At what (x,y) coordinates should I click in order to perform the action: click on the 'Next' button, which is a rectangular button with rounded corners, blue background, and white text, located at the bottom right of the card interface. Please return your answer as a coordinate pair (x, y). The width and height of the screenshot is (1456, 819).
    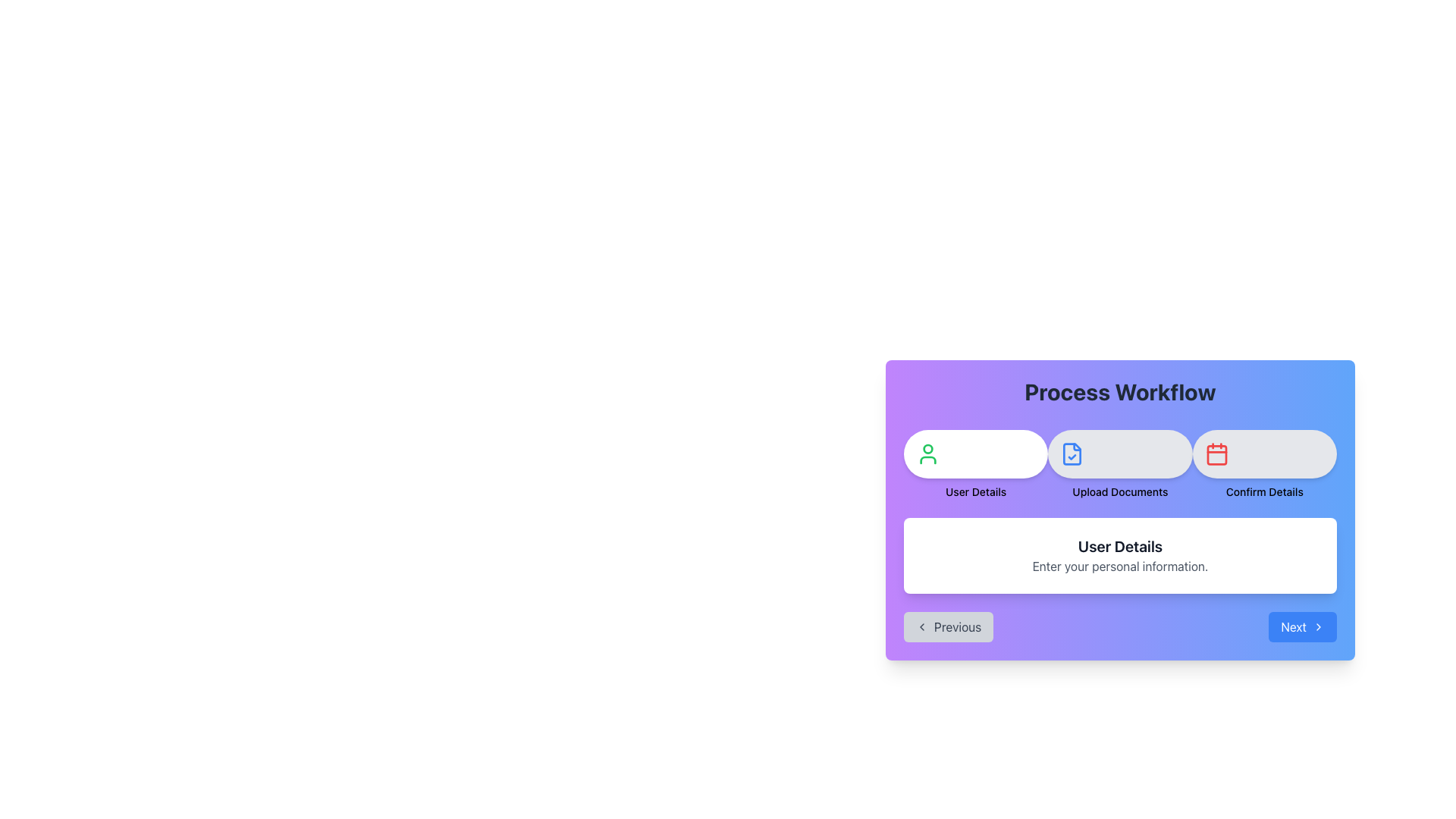
    Looking at the image, I should click on (1302, 626).